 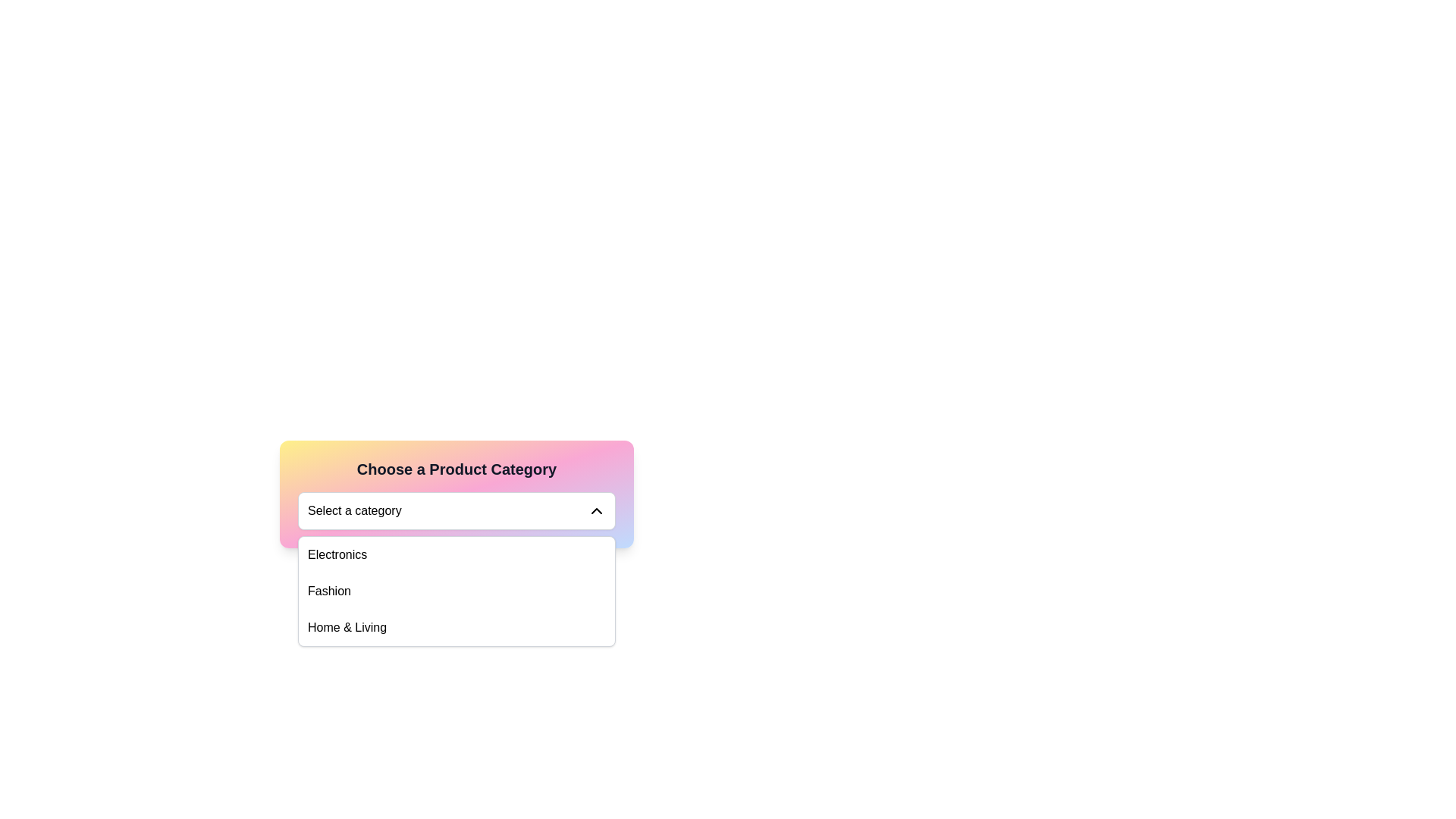 I want to click on the dropdown menu for selecting a category from the list of options such as 'Electronics', 'Fashion', and 'Home & Living', so click(x=456, y=511).